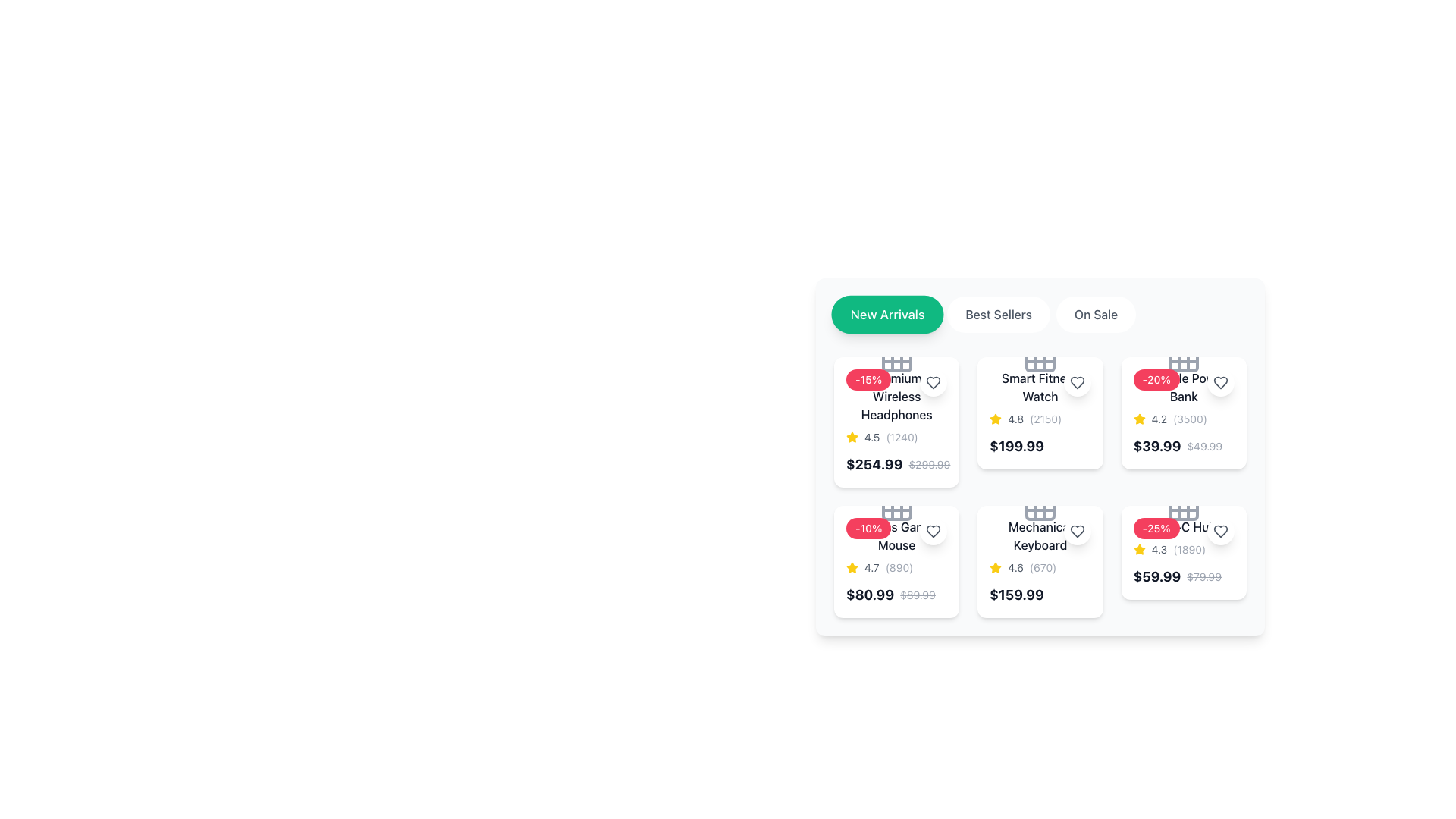 This screenshot has height=819, width=1456. Describe the element at coordinates (1220, 531) in the screenshot. I see `the heart icon button located in the top-right corner of the product card for 'Wireless Headphones'` at that location.